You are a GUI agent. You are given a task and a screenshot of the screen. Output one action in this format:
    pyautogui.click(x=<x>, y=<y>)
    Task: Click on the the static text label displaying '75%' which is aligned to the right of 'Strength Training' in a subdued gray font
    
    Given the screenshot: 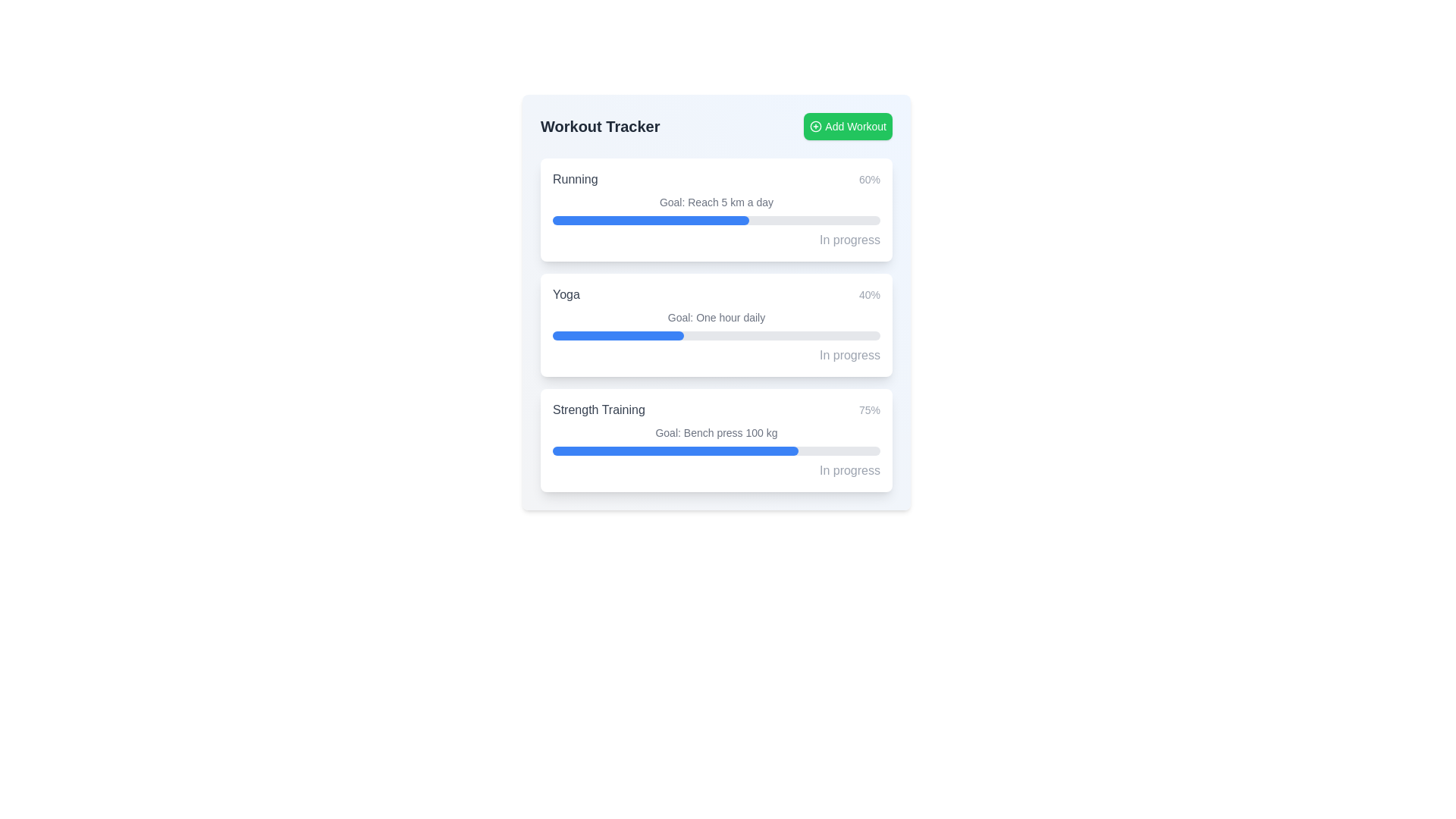 What is the action you would take?
    pyautogui.click(x=870, y=409)
    